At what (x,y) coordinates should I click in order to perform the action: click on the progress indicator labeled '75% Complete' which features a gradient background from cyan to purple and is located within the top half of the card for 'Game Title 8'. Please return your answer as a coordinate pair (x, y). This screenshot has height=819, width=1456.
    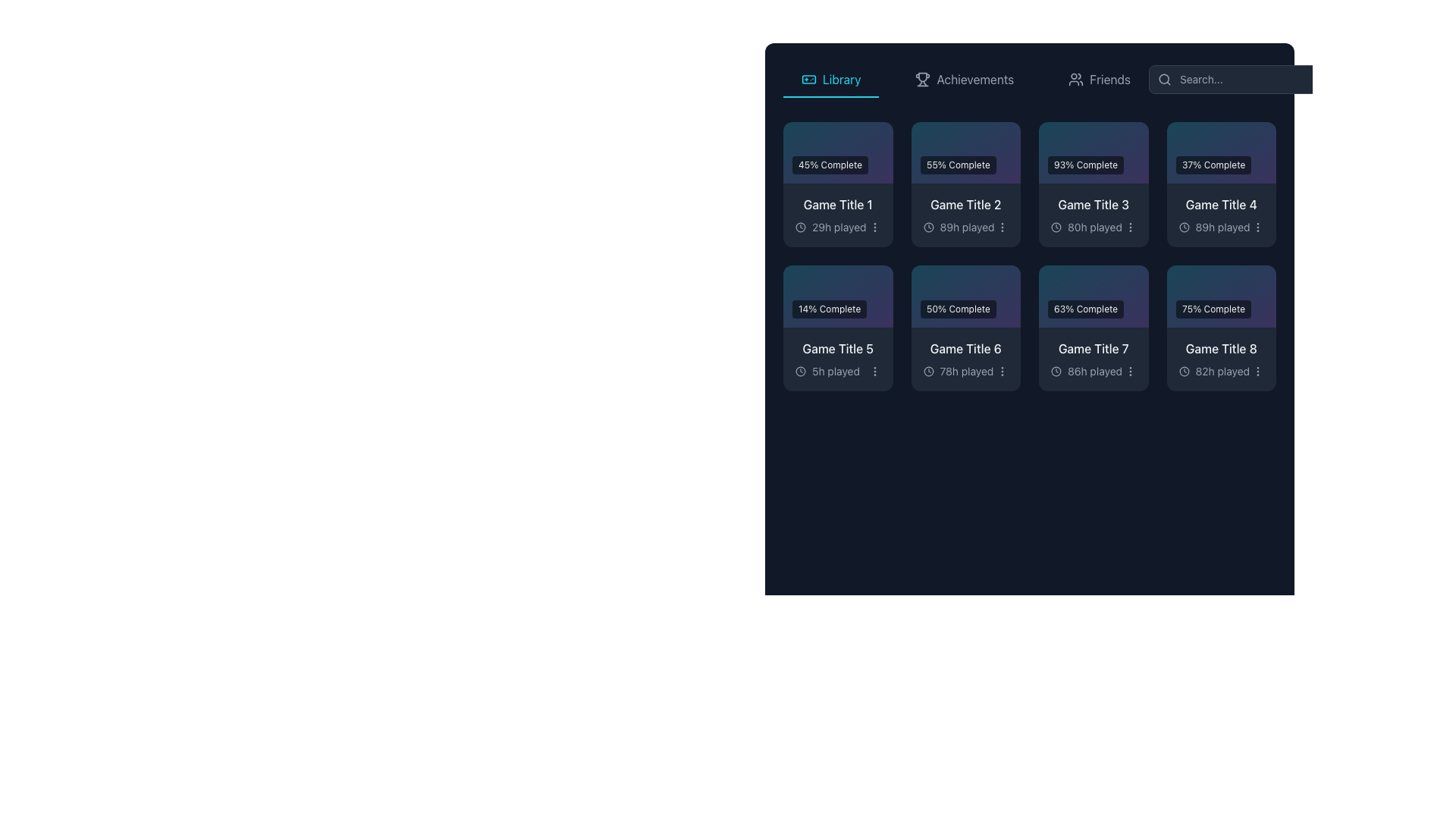
    Looking at the image, I should click on (1221, 296).